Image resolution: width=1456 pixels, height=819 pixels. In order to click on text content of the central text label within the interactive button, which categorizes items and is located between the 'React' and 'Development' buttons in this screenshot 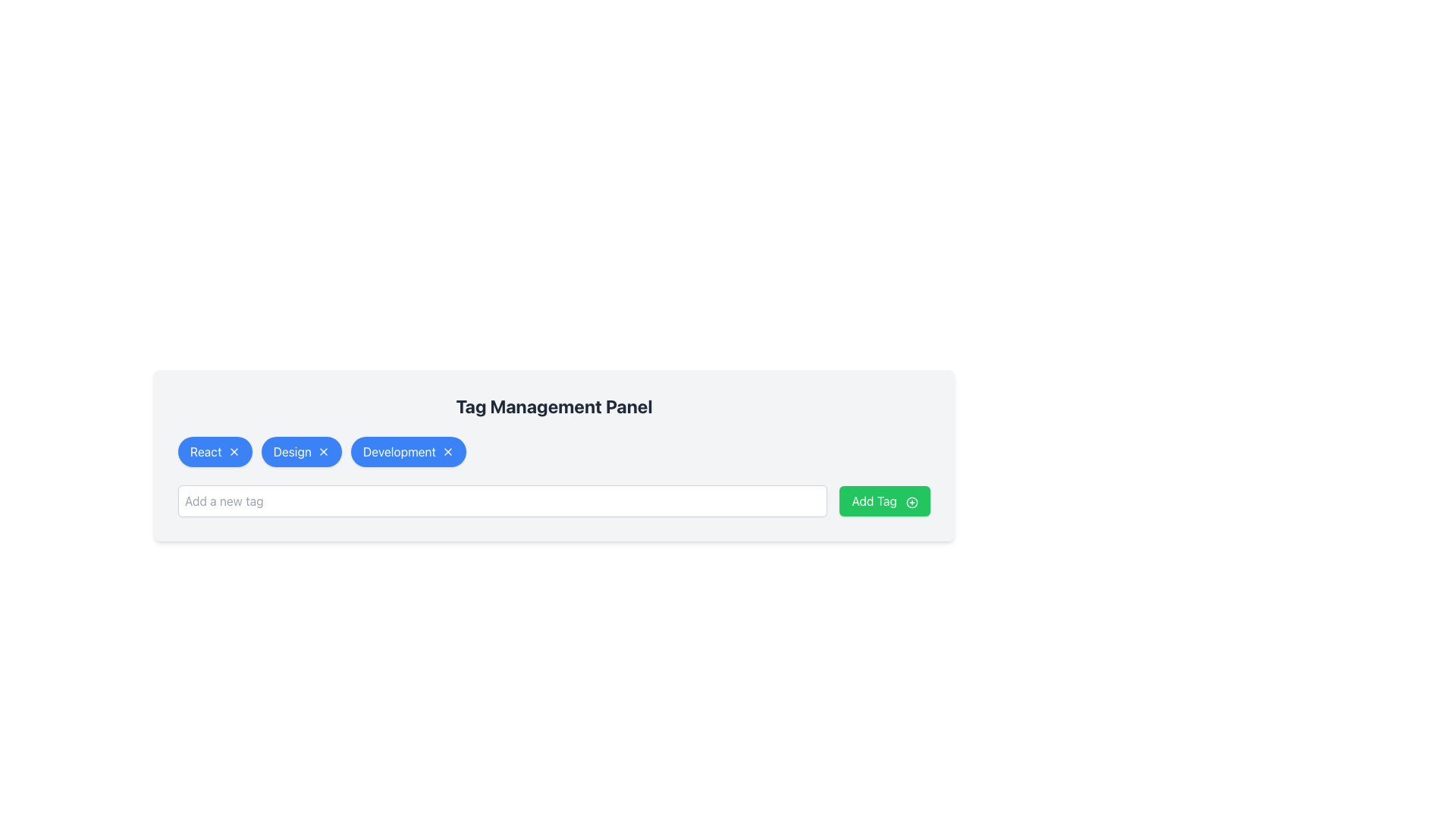, I will do `click(292, 451)`.